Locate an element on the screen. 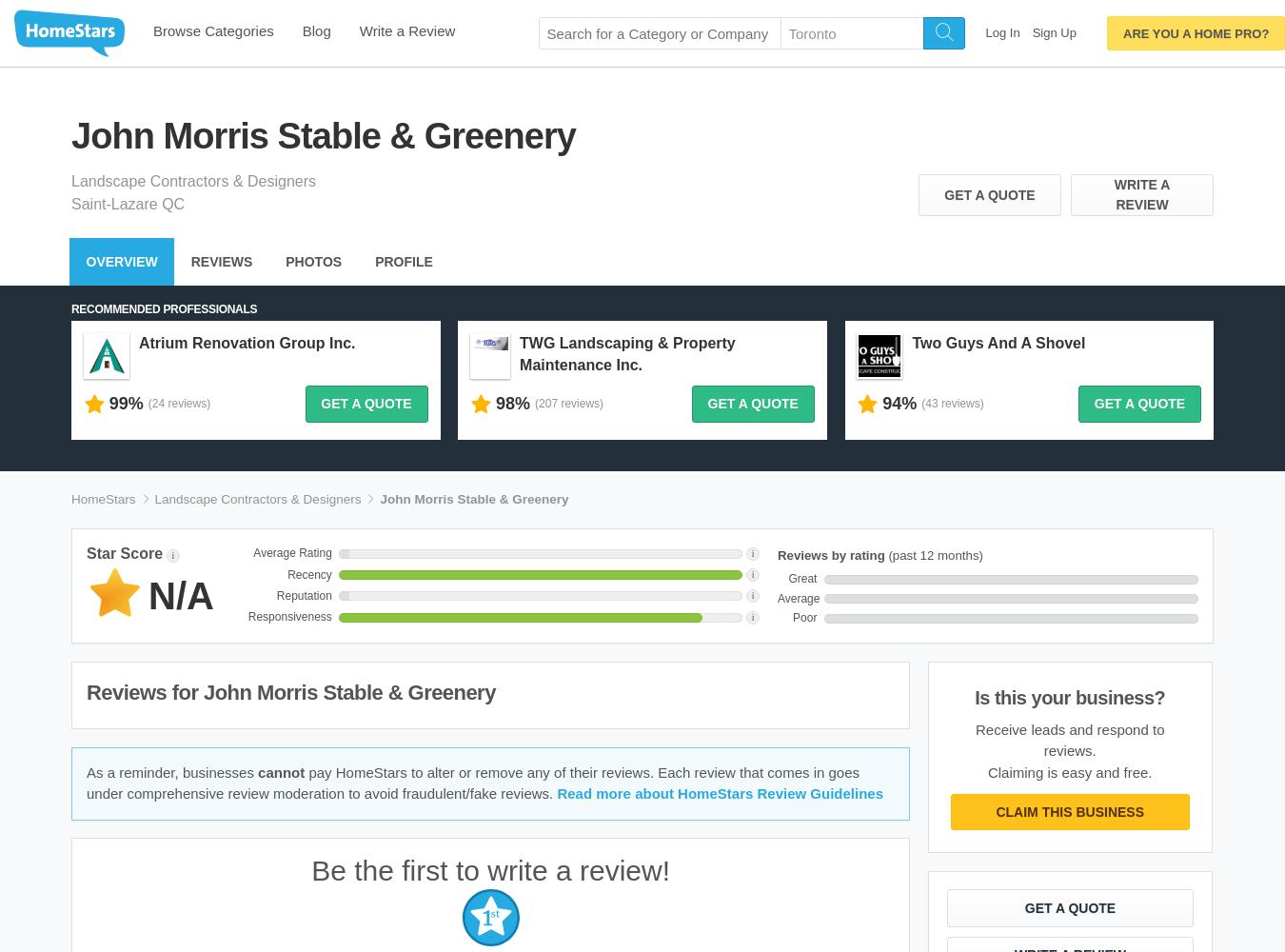 The height and width of the screenshot is (952, 1285). 'Star Score' is located at coordinates (124, 551).